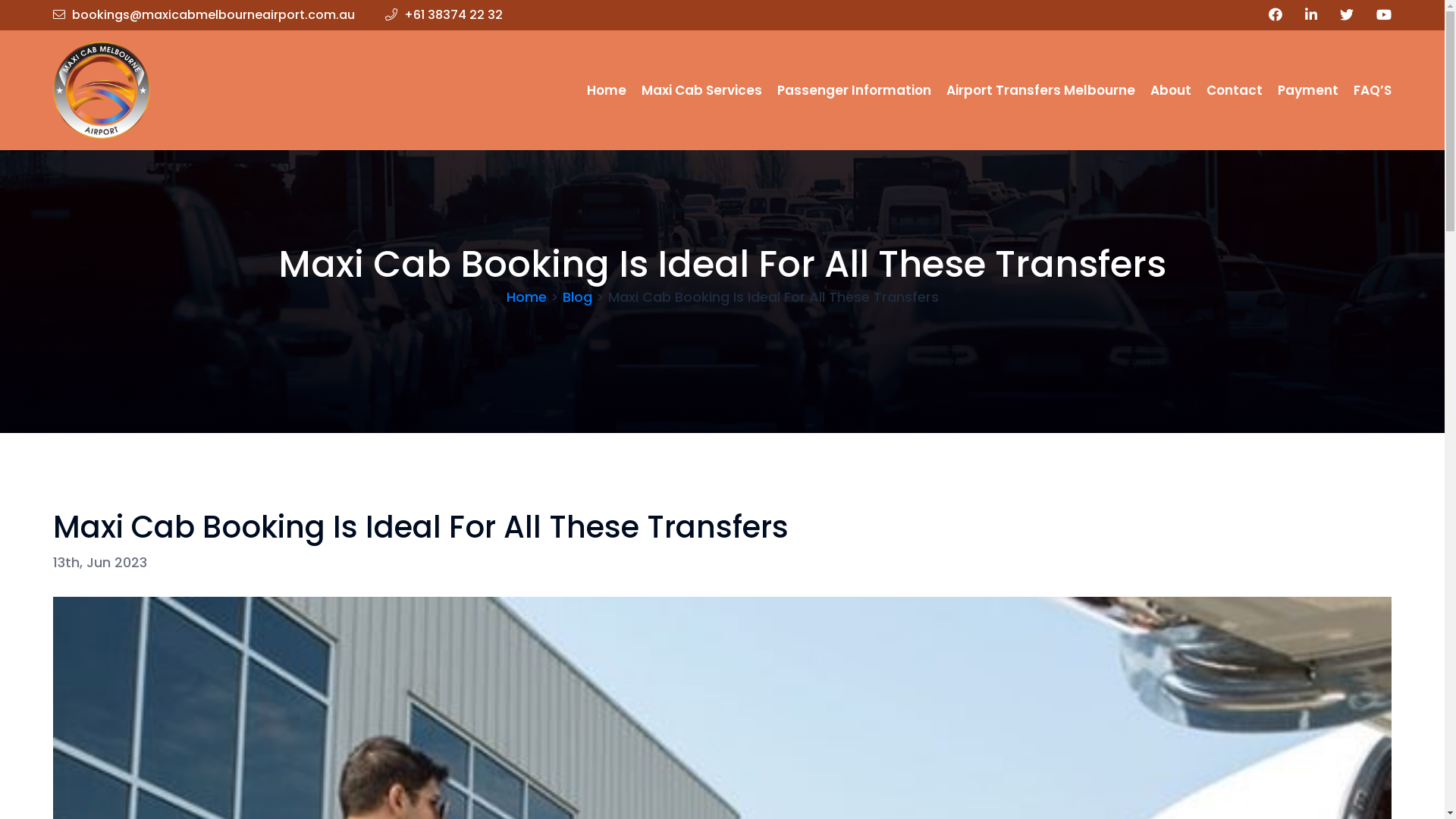 The height and width of the screenshot is (819, 1456). Describe the element at coordinates (607, 90) in the screenshot. I see `'Home'` at that location.